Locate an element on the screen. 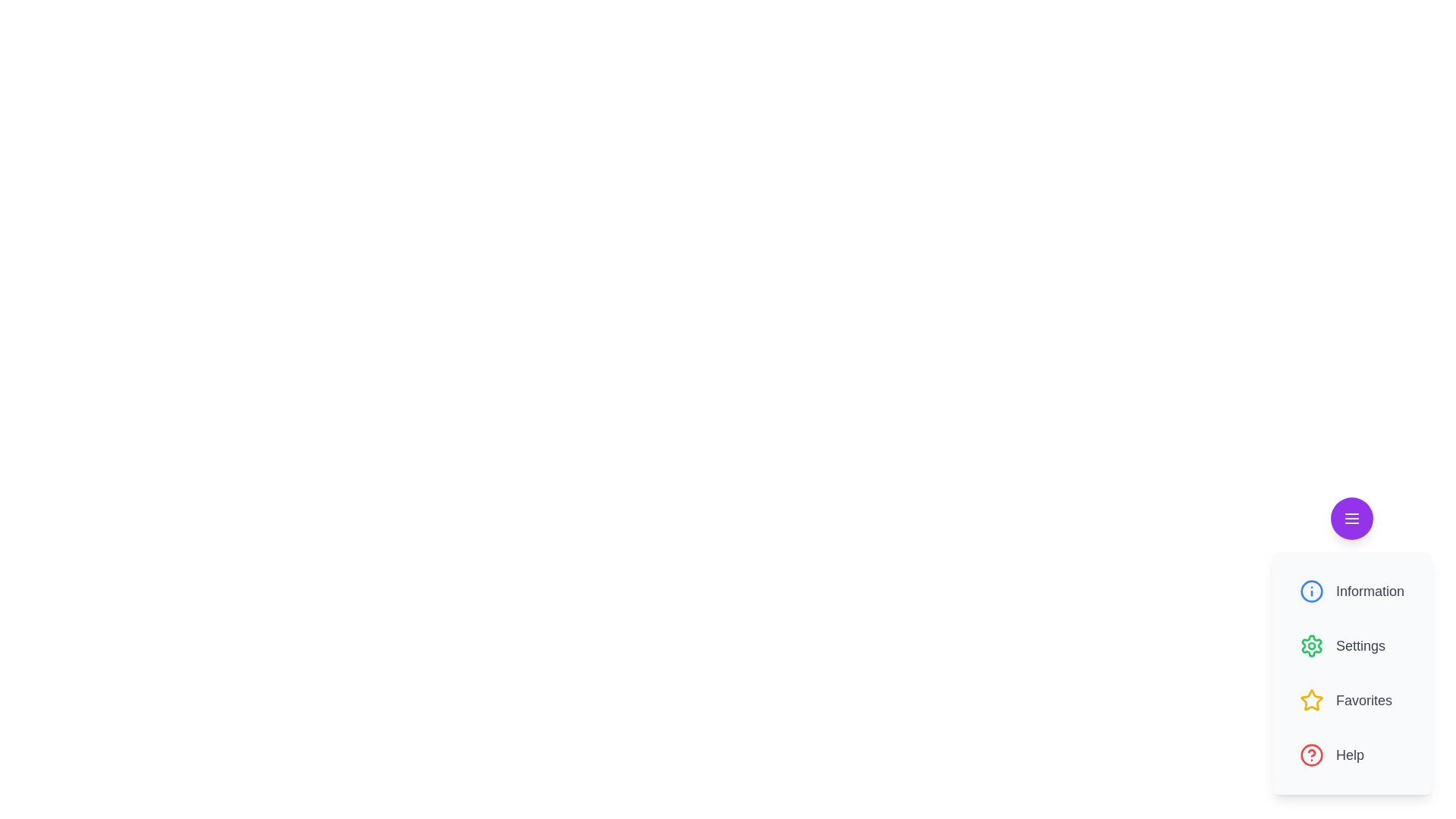 This screenshot has height=819, width=1456. the Settings button in the menu is located at coordinates (1351, 646).